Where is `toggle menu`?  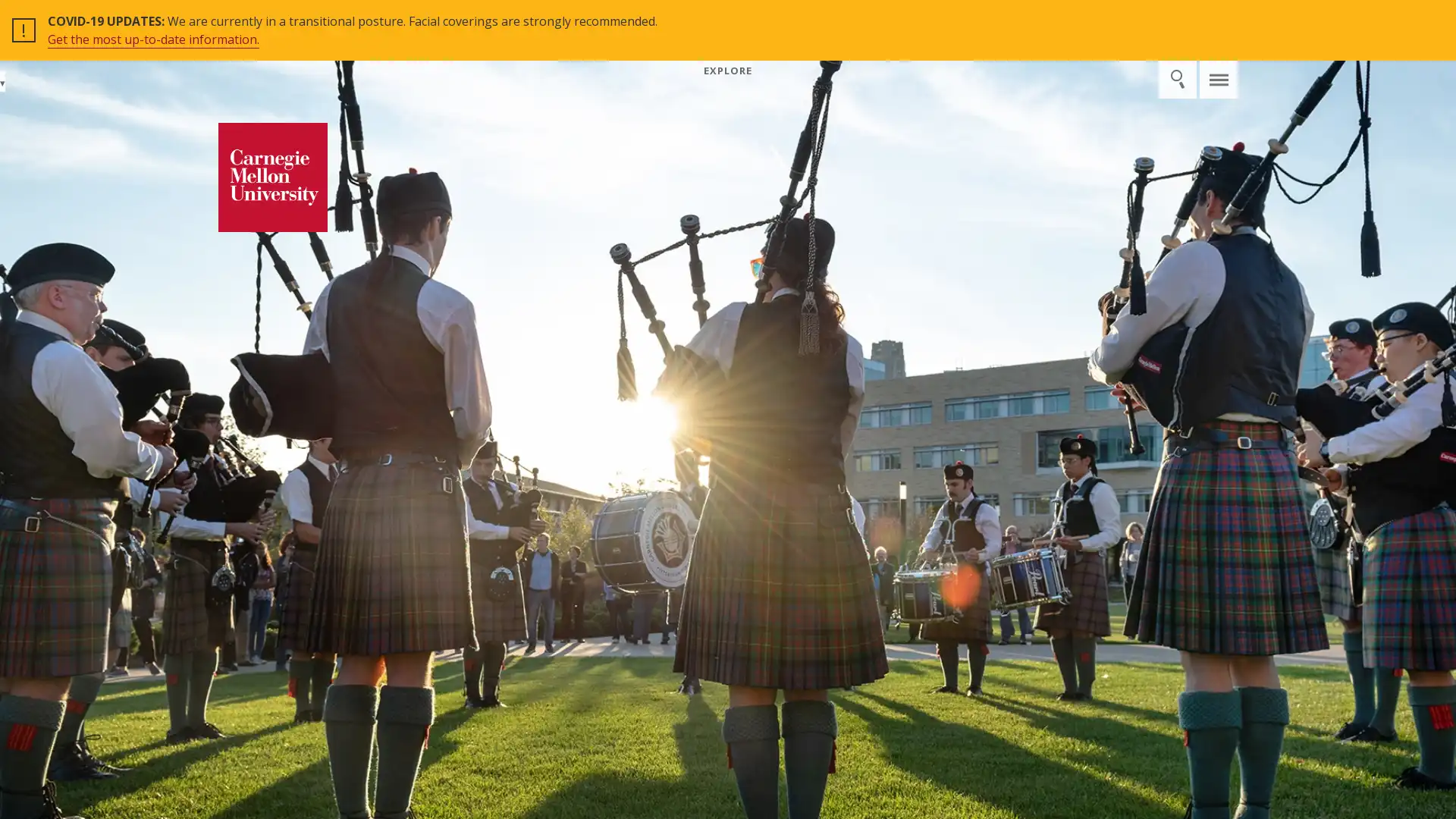
toggle menu is located at coordinates (1218, 20).